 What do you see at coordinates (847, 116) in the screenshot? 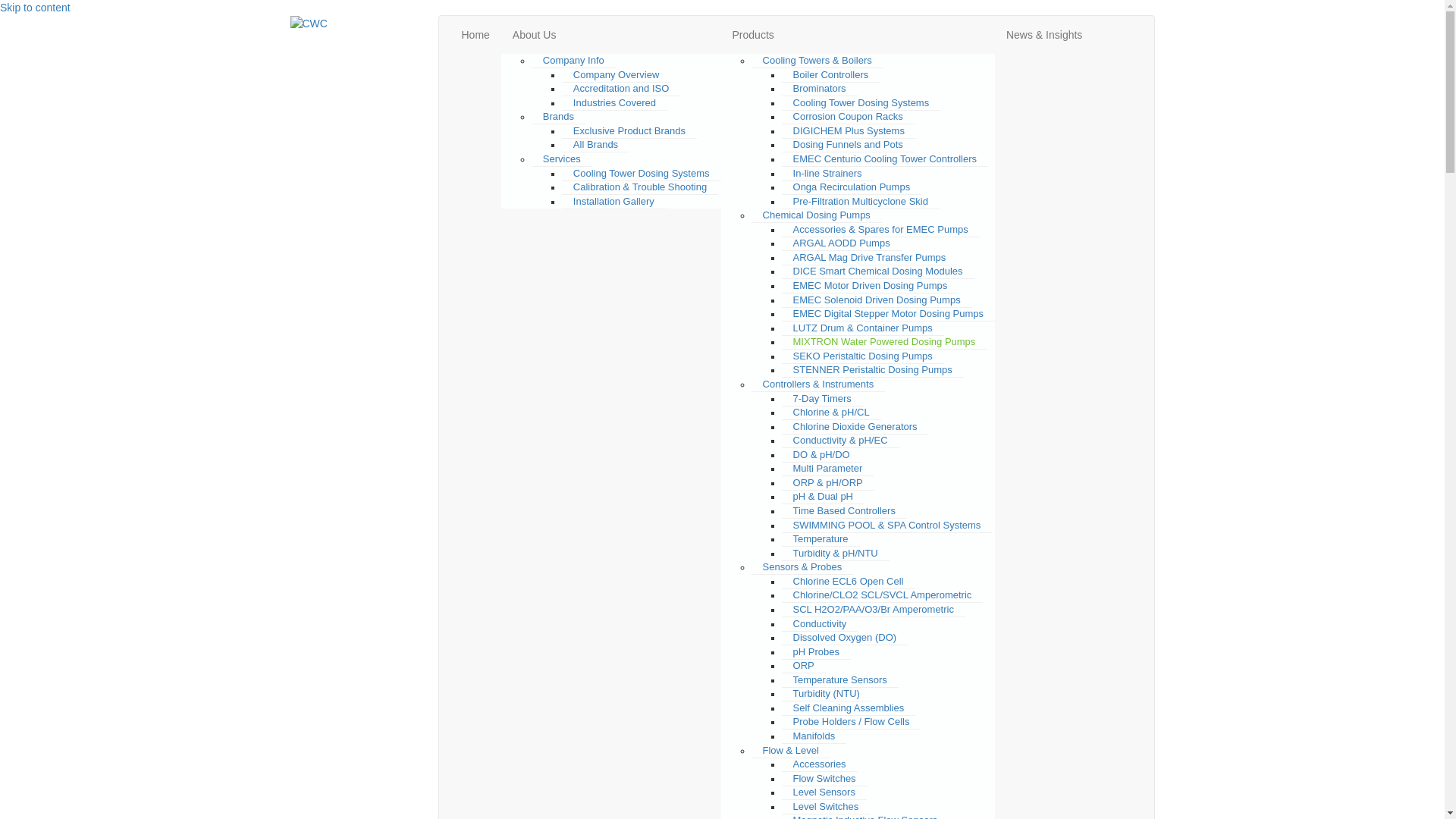
I see `'Corrosion Coupon Racks'` at bounding box center [847, 116].